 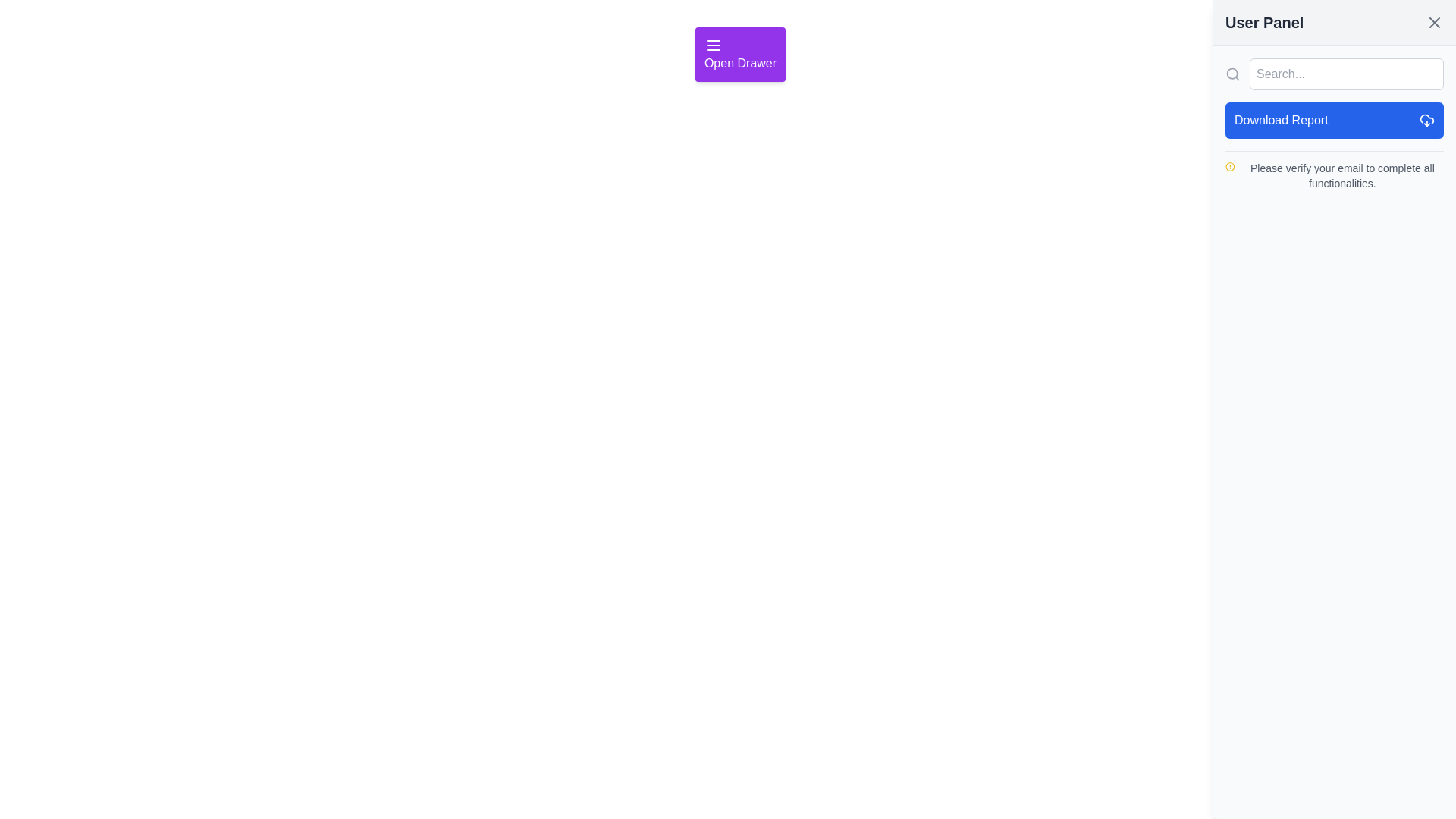 What do you see at coordinates (1280, 119) in the screenshot?
I see `the 'Download Report' text label within the button located in the top-right panel titled 'User Panel'` at bounding box center [1280, 119].